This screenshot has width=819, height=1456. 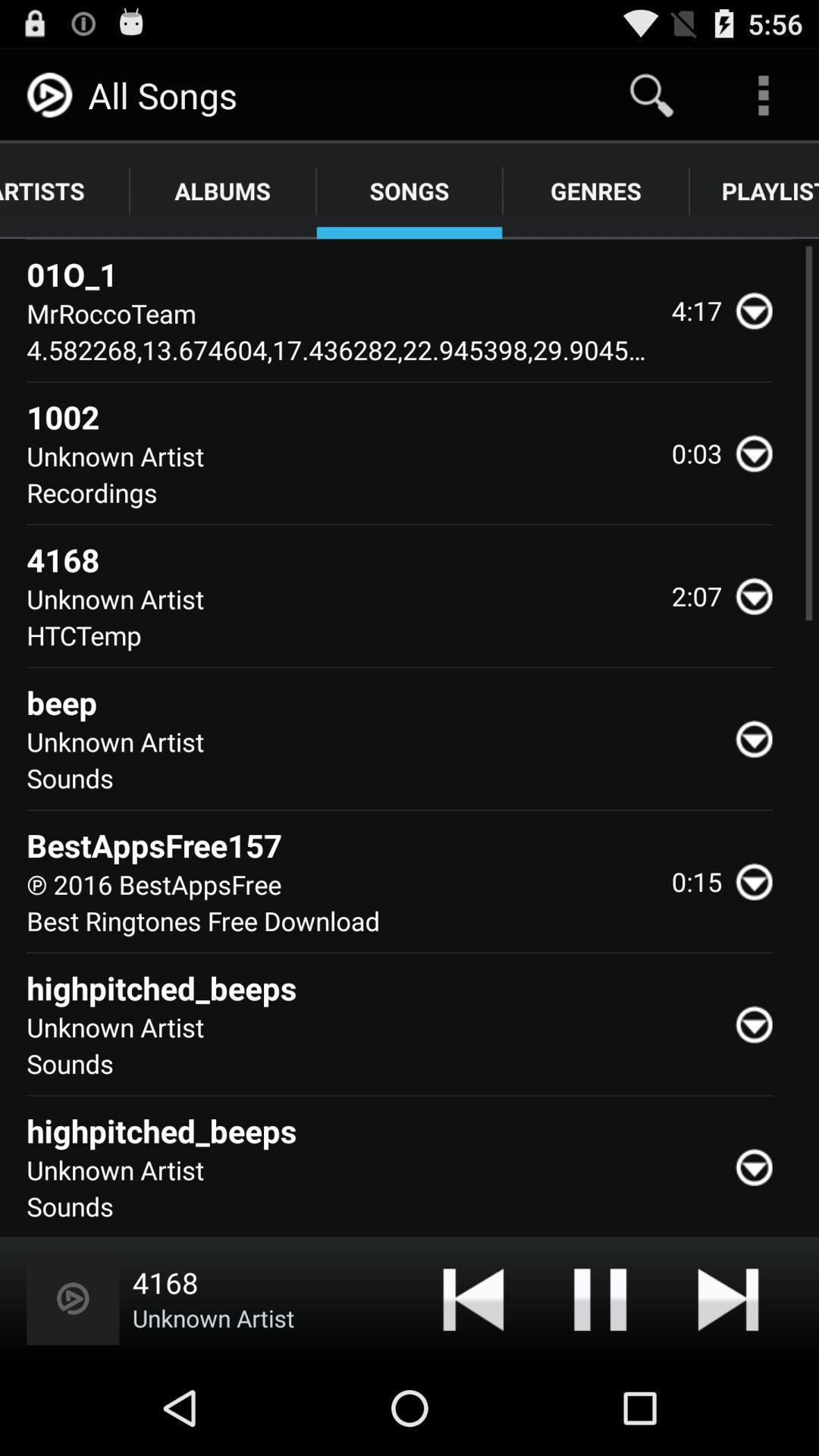 I want to click on the visibility icon, so click(x=761, y=638).